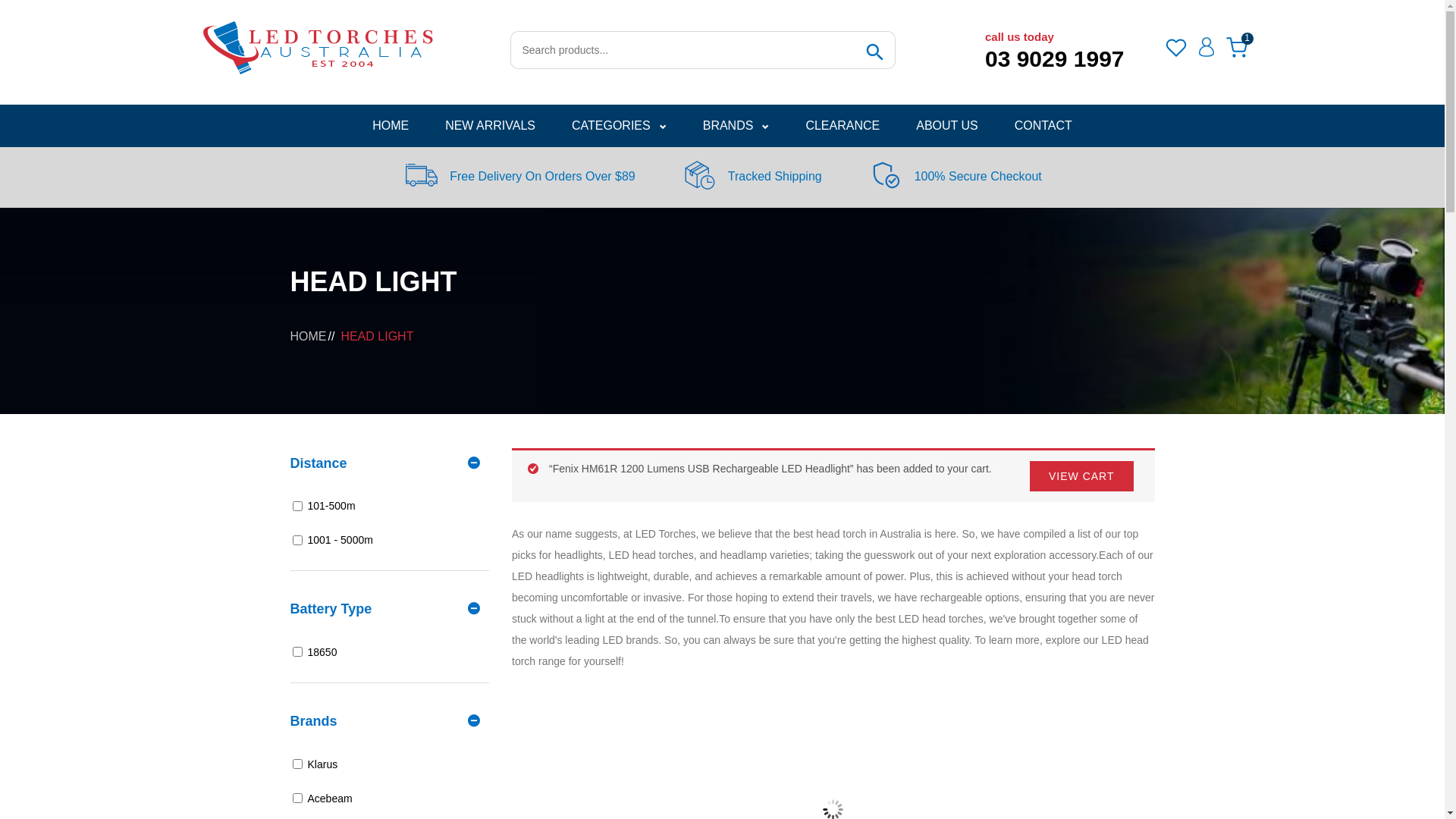  Describe the element at coordinates (390, 124) in the screenshot. I see `'HOME'` at that location.